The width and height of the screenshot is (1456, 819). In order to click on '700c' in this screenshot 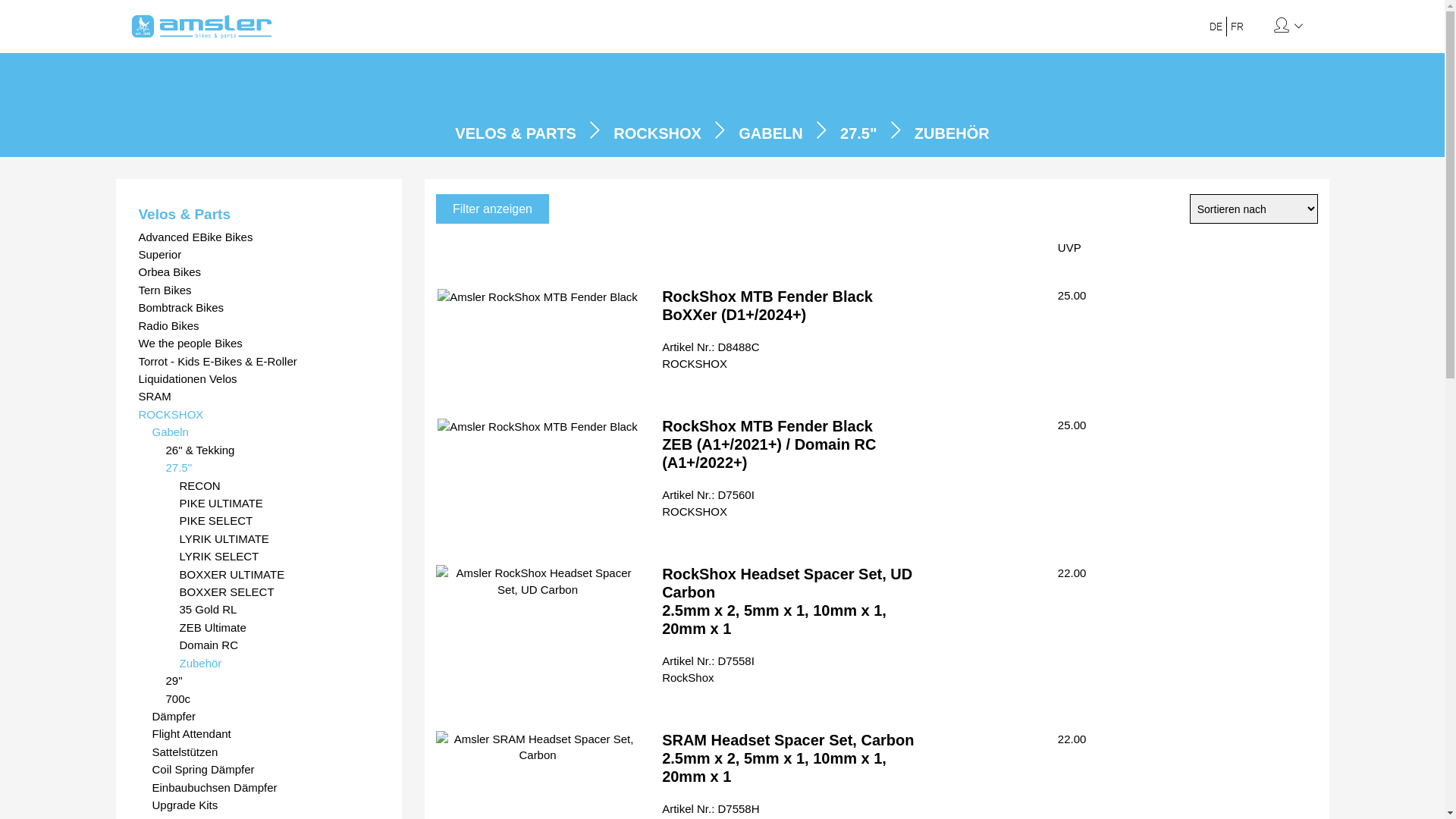, I will do `click(272, 698)`.